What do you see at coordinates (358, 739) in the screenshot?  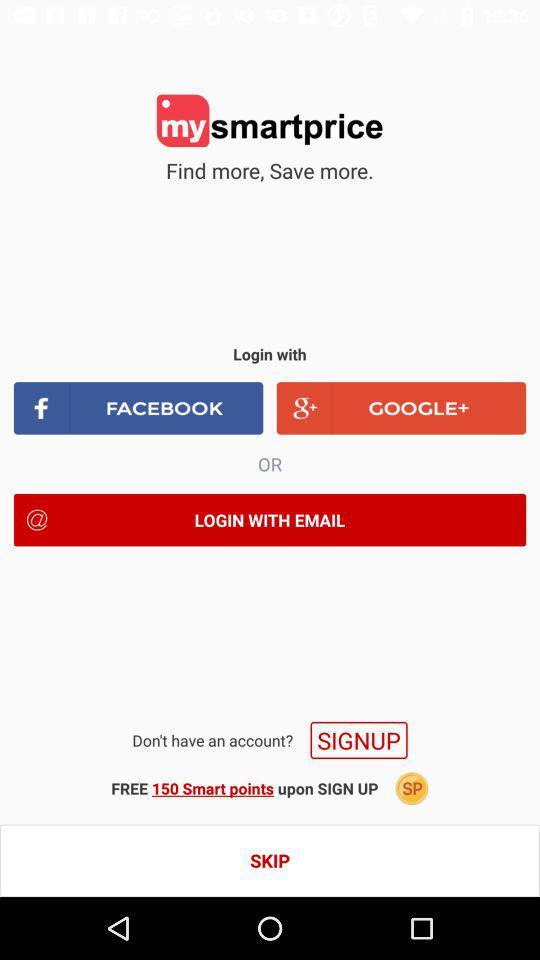 I see `item below the login with email item` at bounding box center [358, 739].